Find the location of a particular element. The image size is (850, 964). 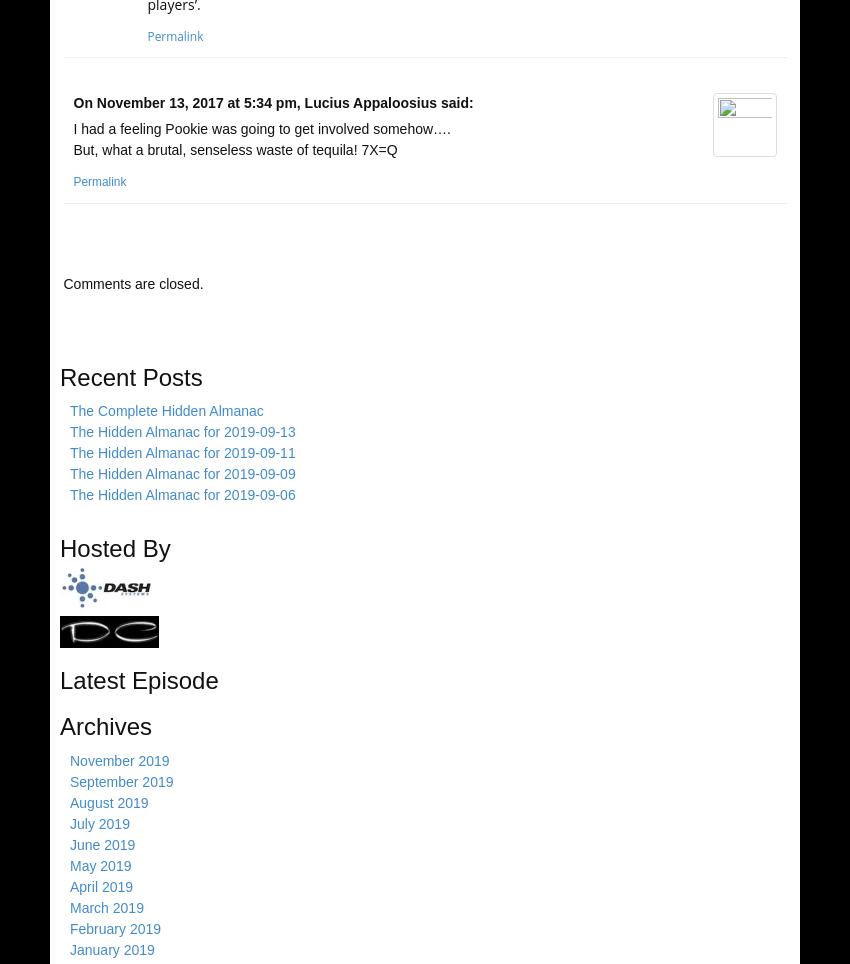

'May 2019' is located at coordinates (99, 864).